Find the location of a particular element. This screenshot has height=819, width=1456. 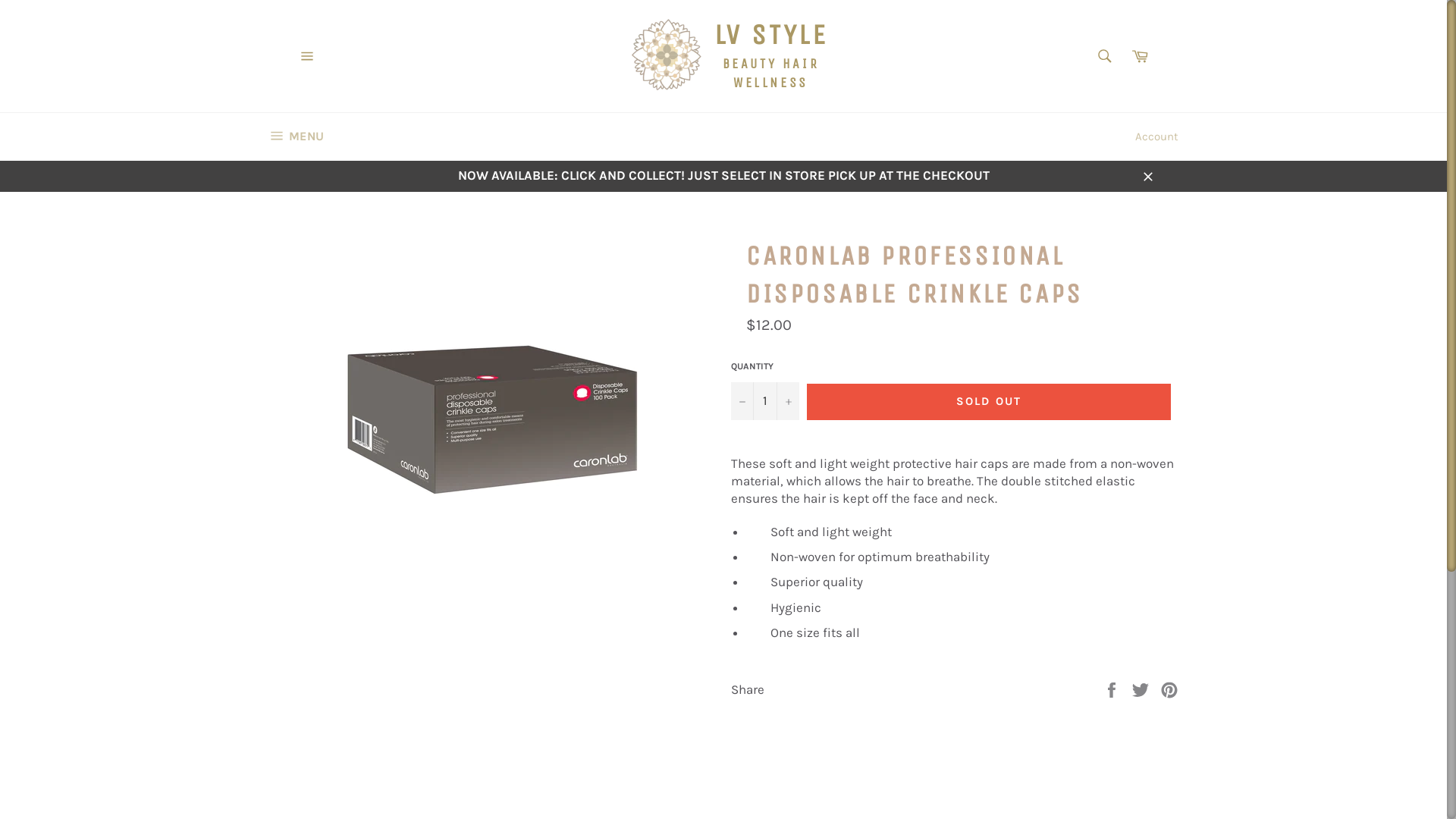

'Search' is located at coordinates (1105, 55).